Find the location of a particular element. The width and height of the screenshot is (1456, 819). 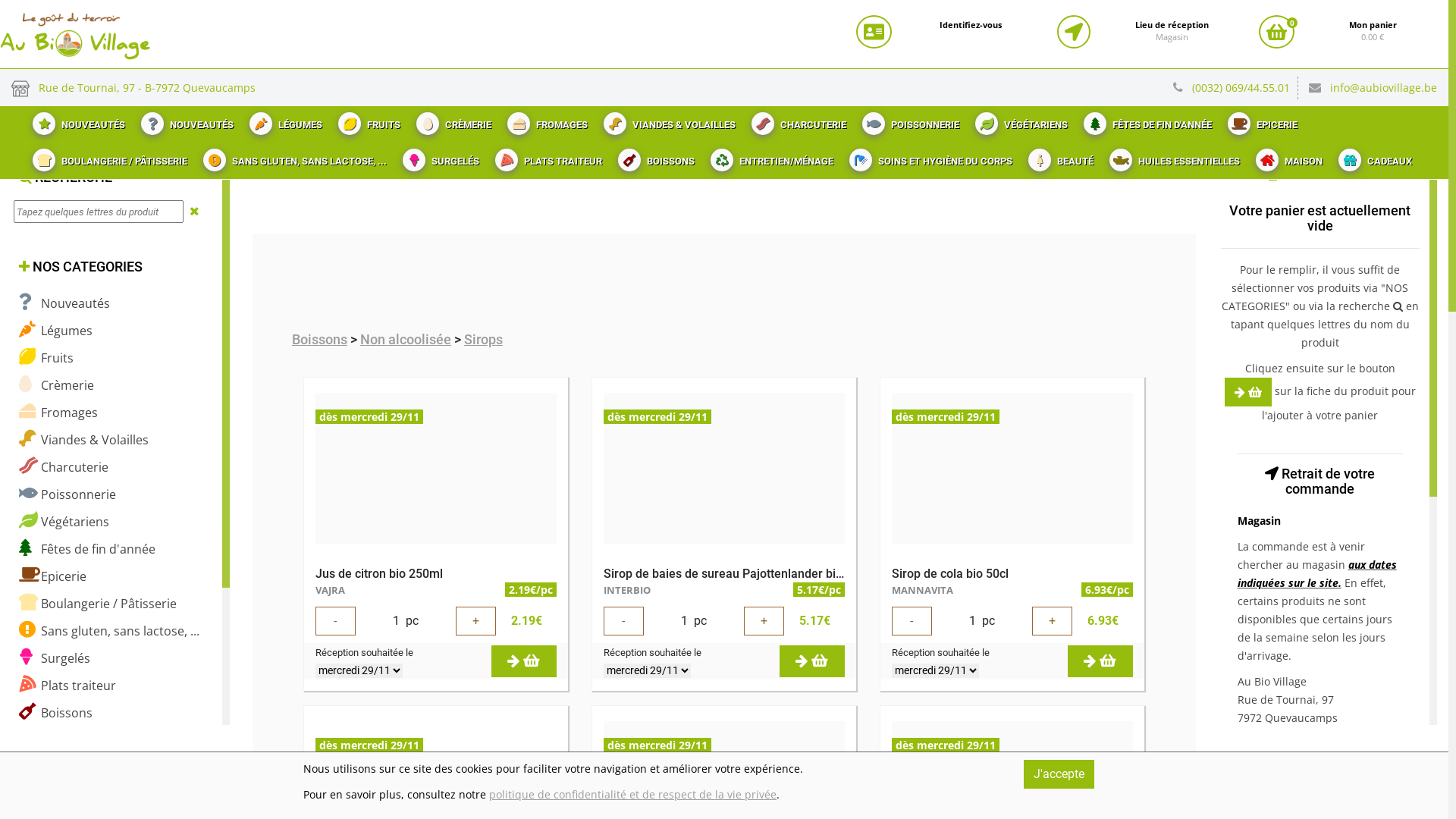

'CADEAUX' is located at coordinates (1373, 157).